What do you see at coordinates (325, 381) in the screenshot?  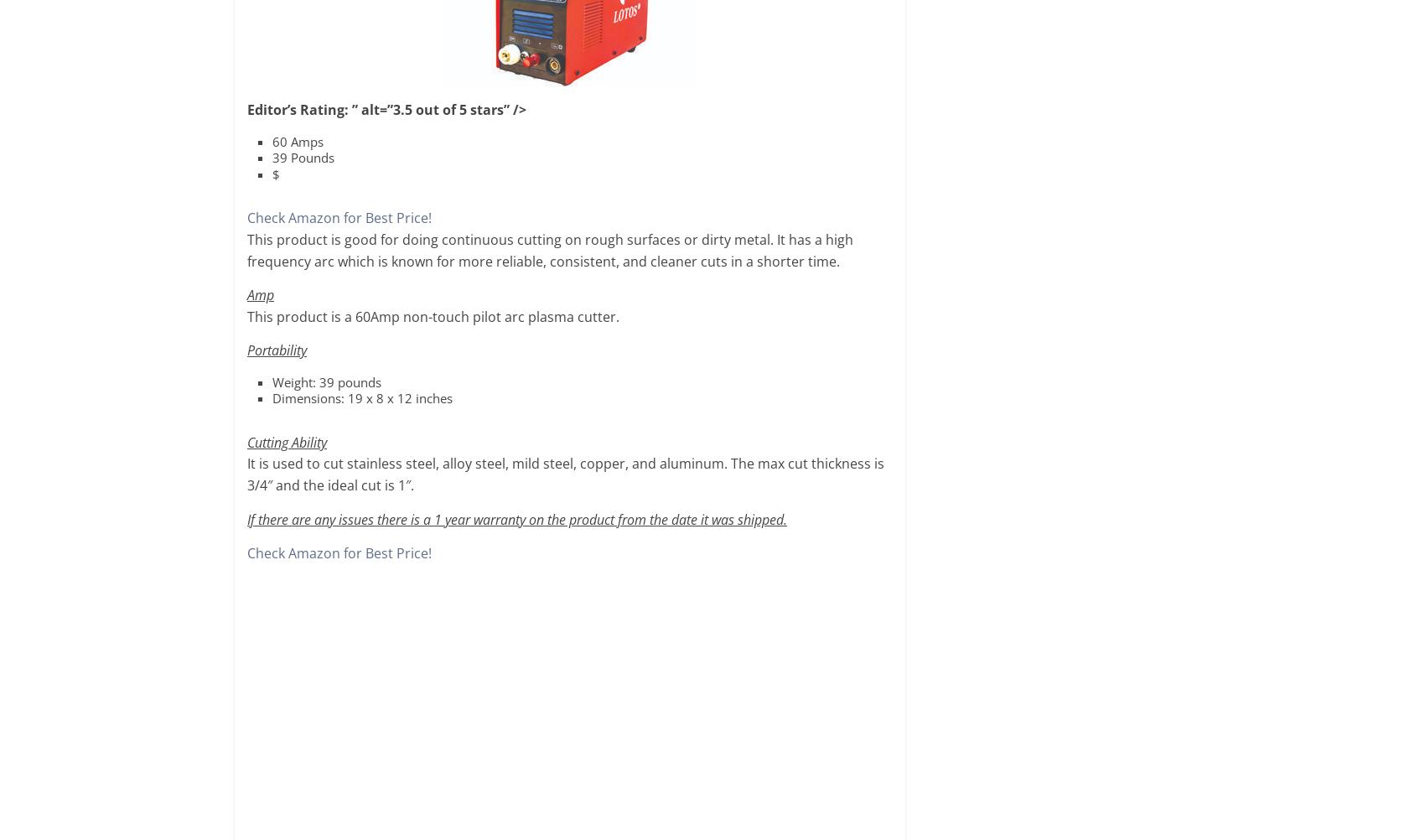 I see `'Weight: 39 pounds'` at bounding box center [325, 381].